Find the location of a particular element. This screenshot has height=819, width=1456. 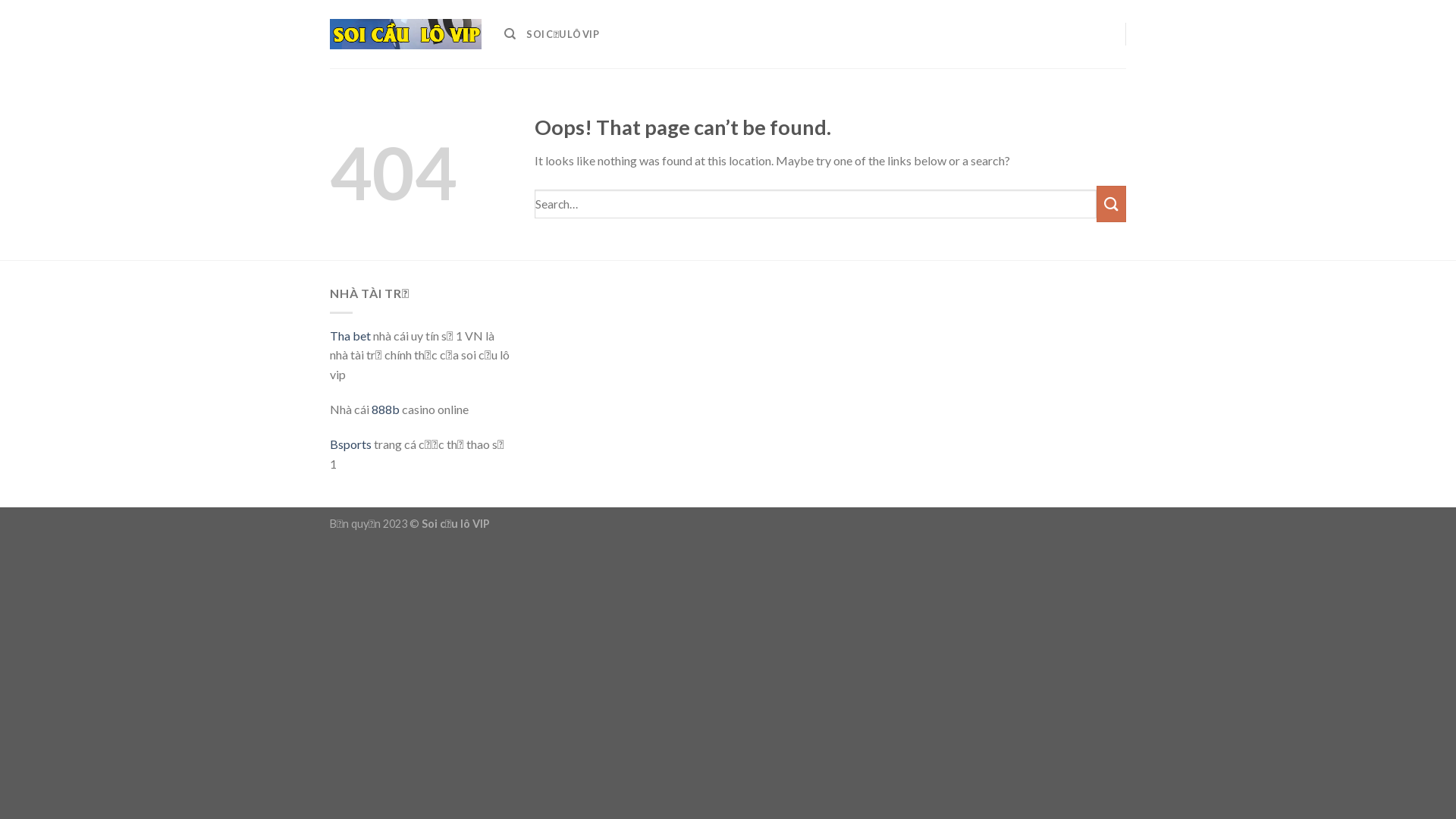

'Tha bet' is located at coordinates (349, 334).